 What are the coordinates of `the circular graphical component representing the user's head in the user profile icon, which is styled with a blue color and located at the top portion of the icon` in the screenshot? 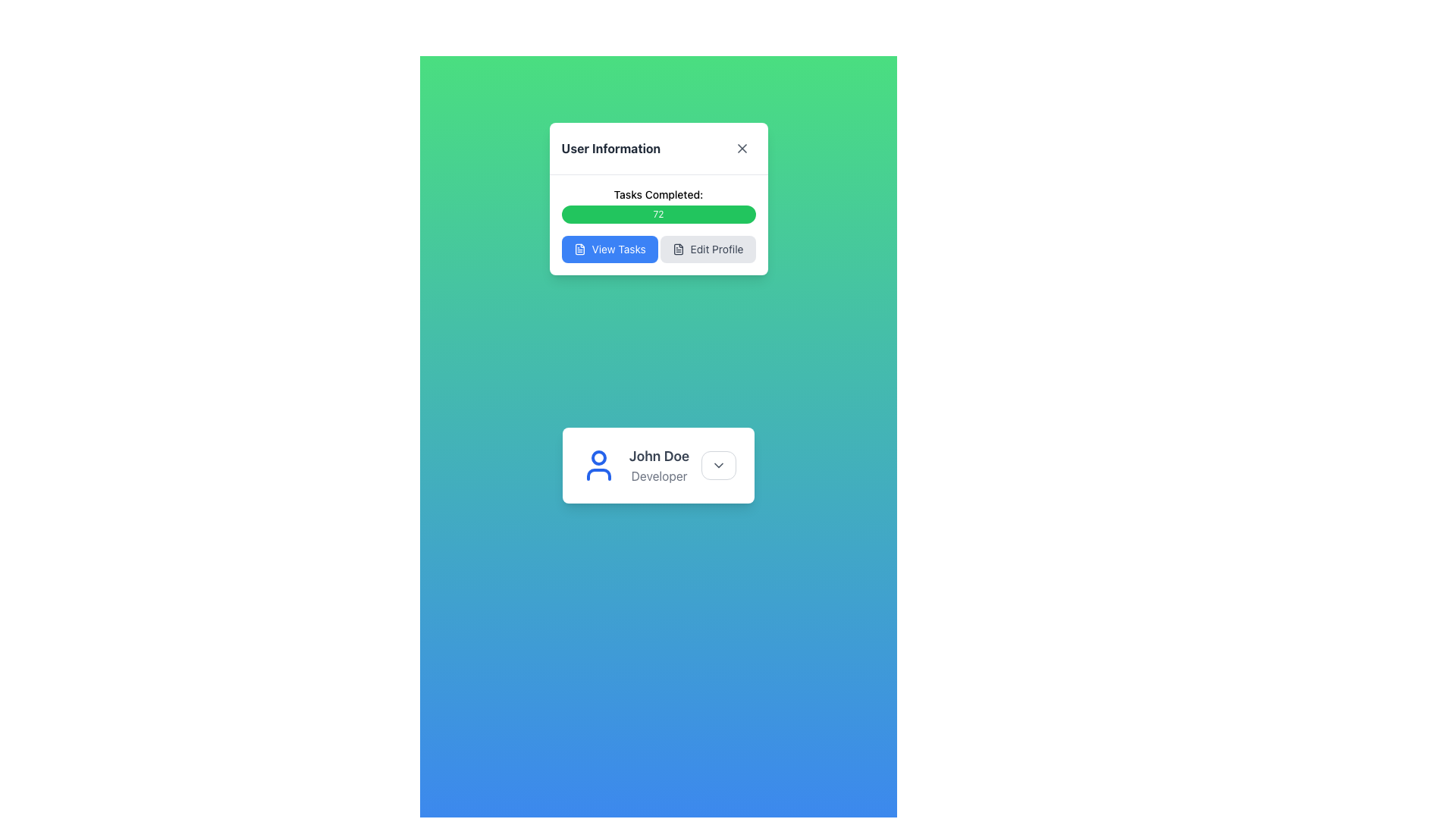 It's located at (598, 457).